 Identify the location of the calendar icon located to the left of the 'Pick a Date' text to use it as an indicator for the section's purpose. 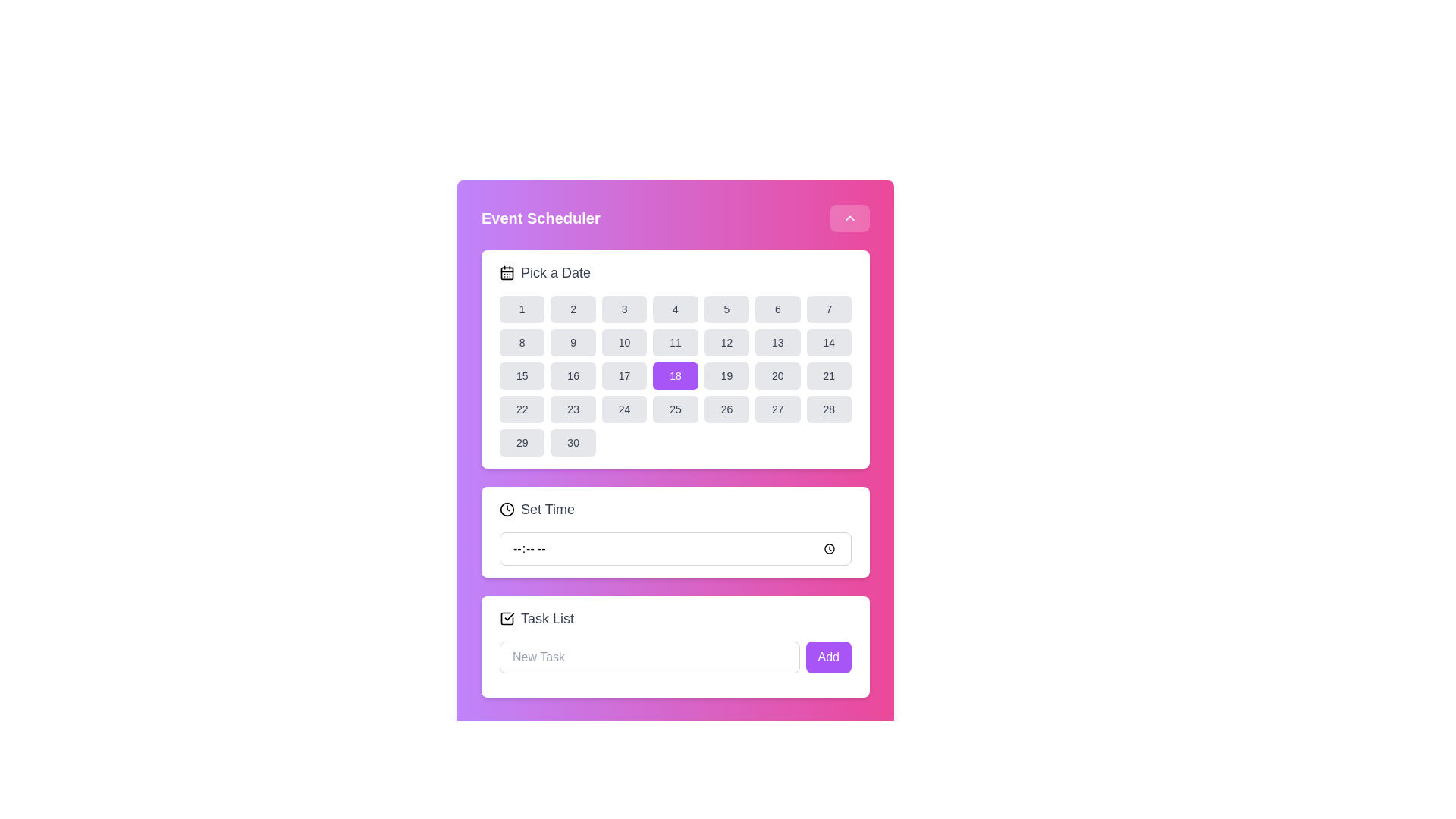
(507, 271).